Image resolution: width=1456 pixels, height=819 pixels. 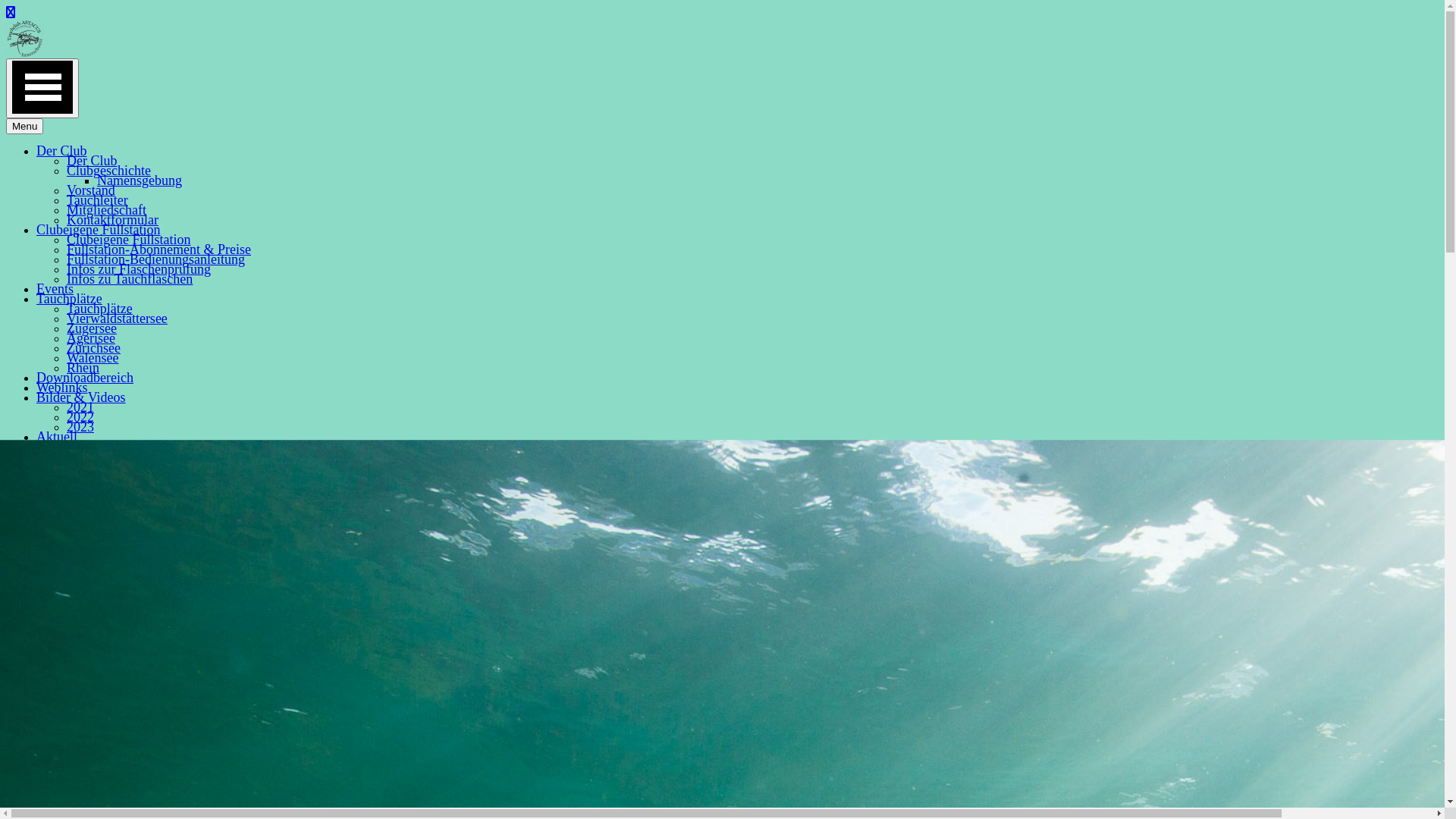 What do you see at coordinates (90, 327) in the screenshot?
I see `'Zugersee'` at bounding box center [90, 327].